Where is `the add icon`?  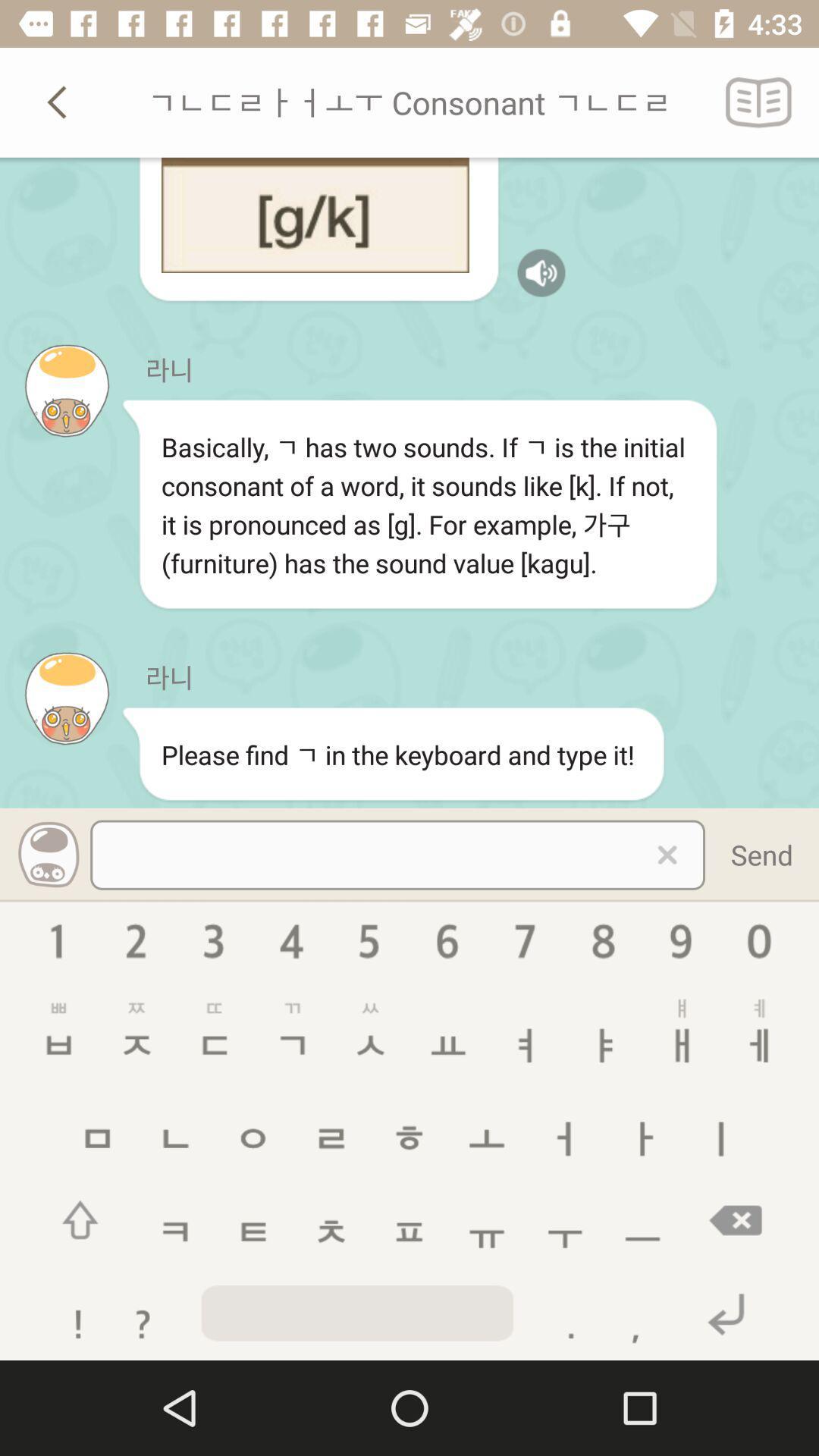 the add icon is located at coordinates (565, 1220).